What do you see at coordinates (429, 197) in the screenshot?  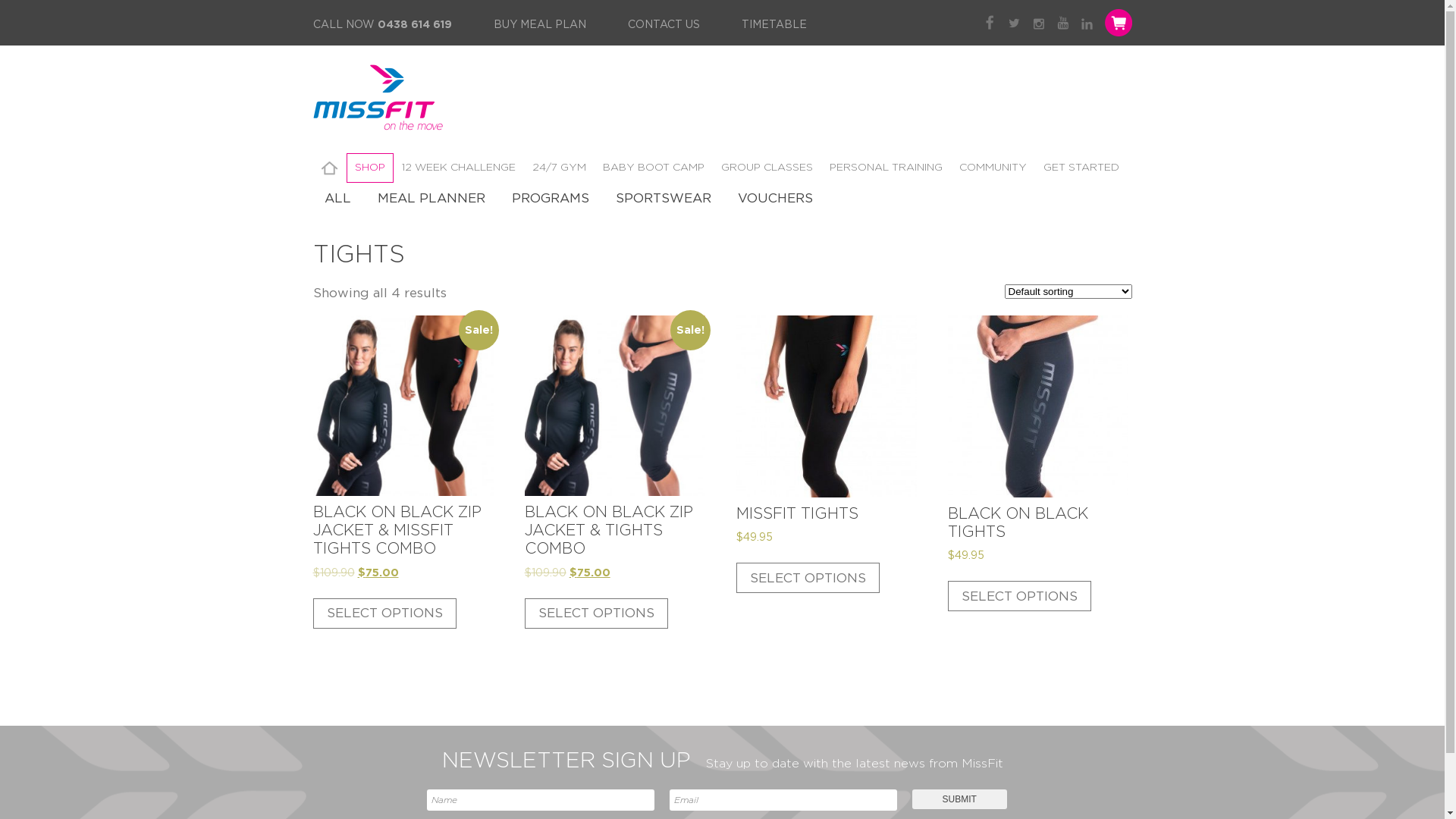 I see `'MEAL PLANNER'` at bounding box center [429, 197].